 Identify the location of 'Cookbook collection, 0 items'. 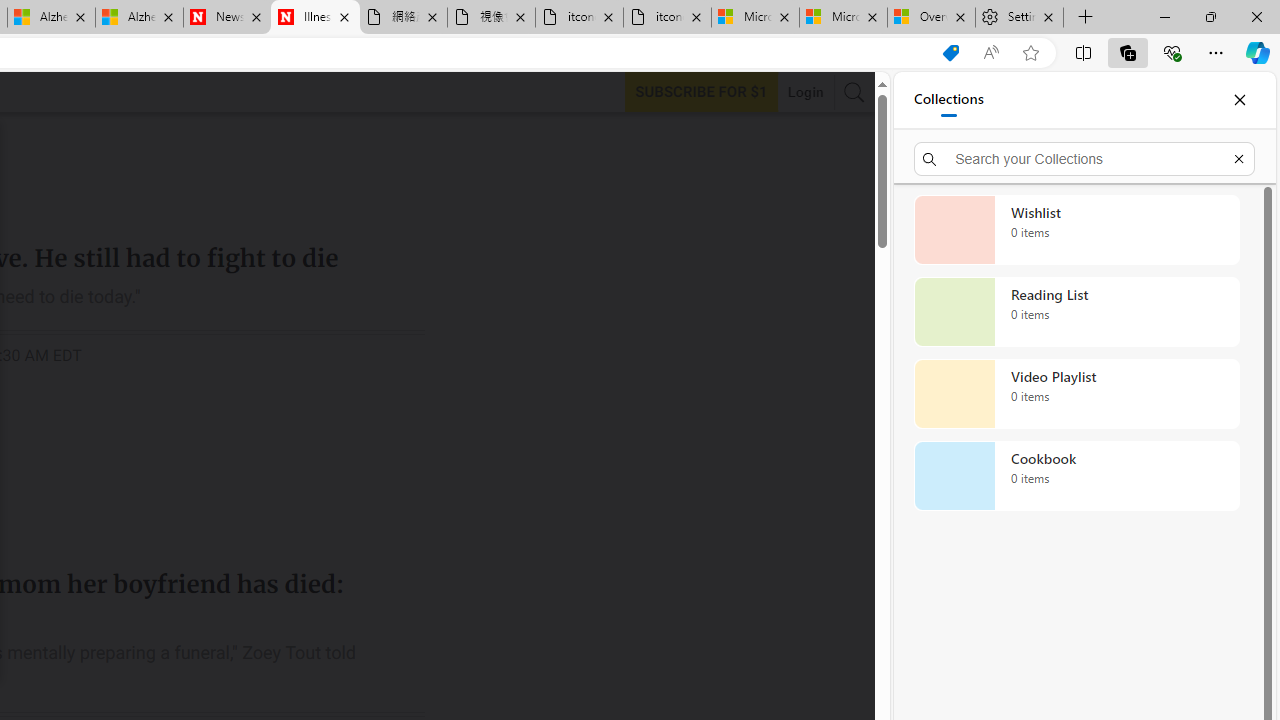
(1076, 475).